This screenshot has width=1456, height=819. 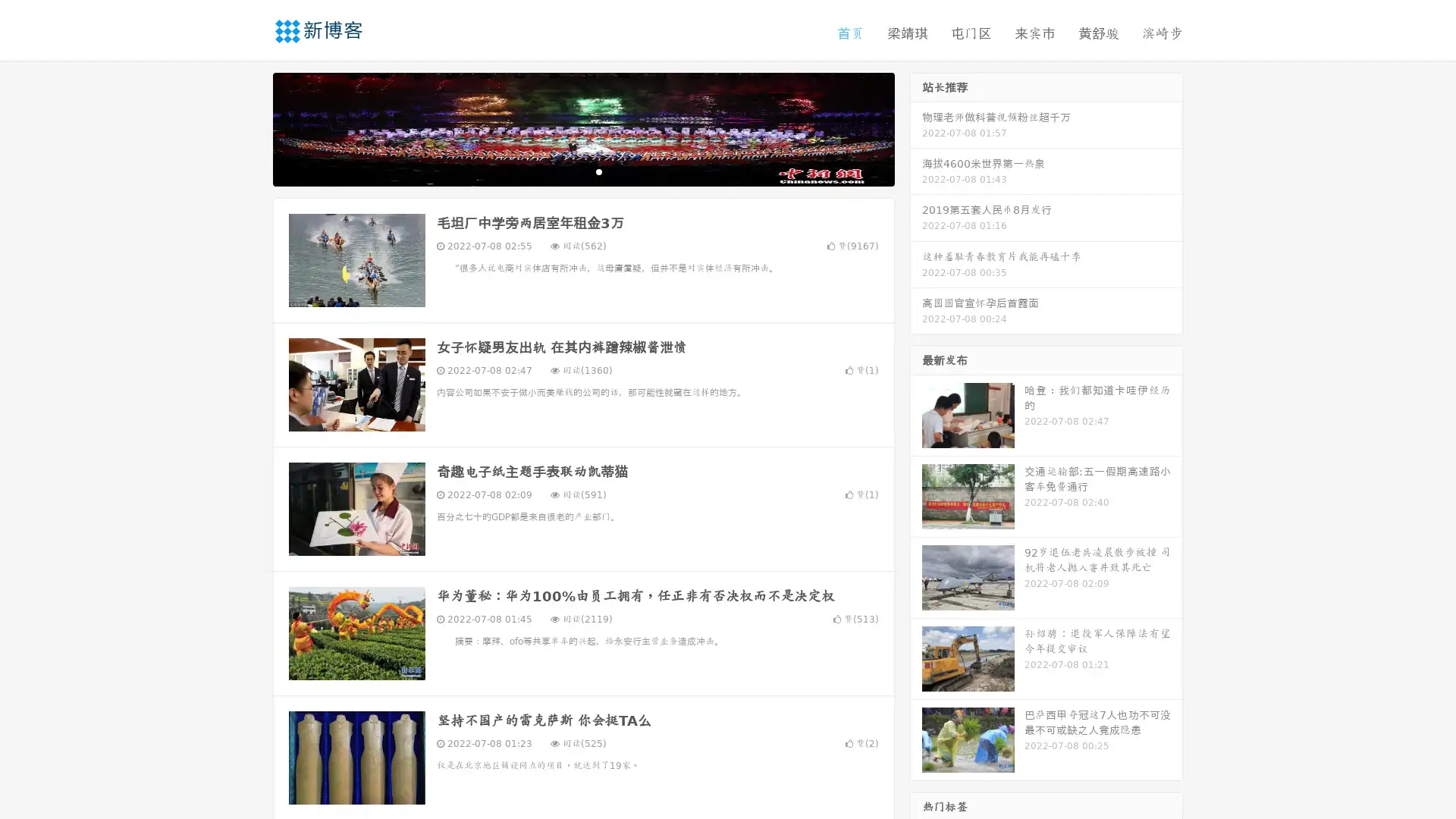 What do you see at coordinates (916, 127) in the screenshot?
I see `Next slide` at bounding box center [916, 127].